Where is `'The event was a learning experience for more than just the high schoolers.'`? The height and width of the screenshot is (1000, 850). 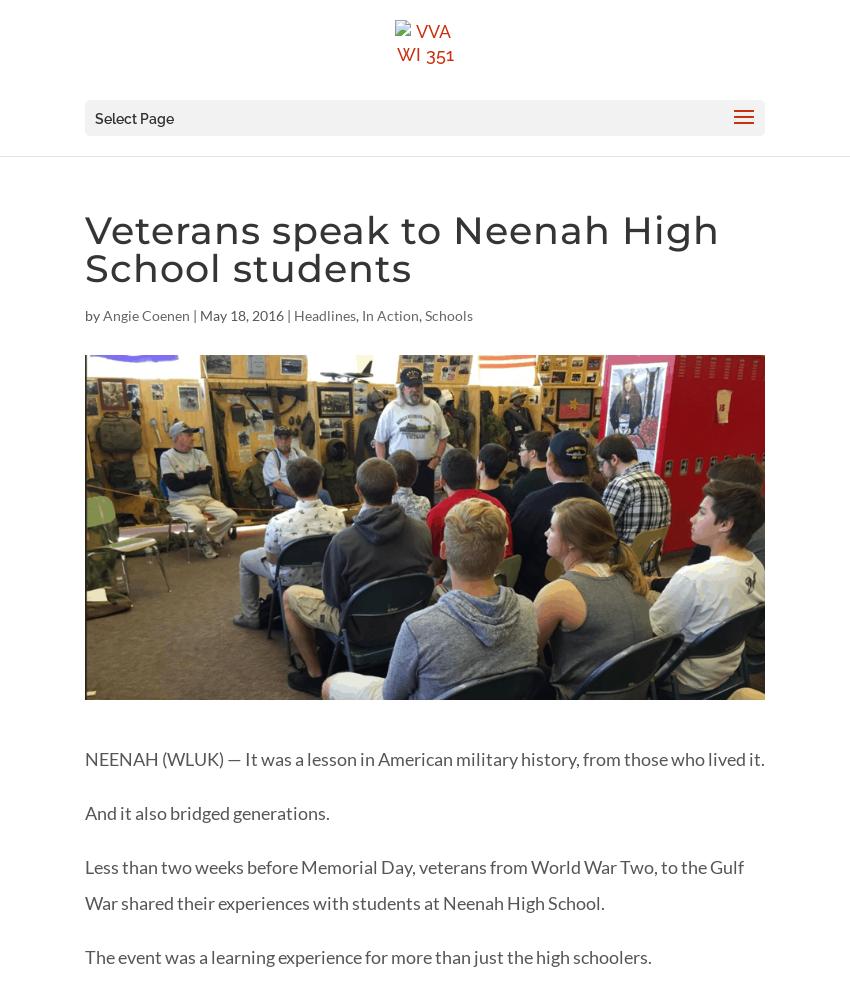 'The event was a learning experience for more than just the high schoolers.' is located at coordinates (367, 955).